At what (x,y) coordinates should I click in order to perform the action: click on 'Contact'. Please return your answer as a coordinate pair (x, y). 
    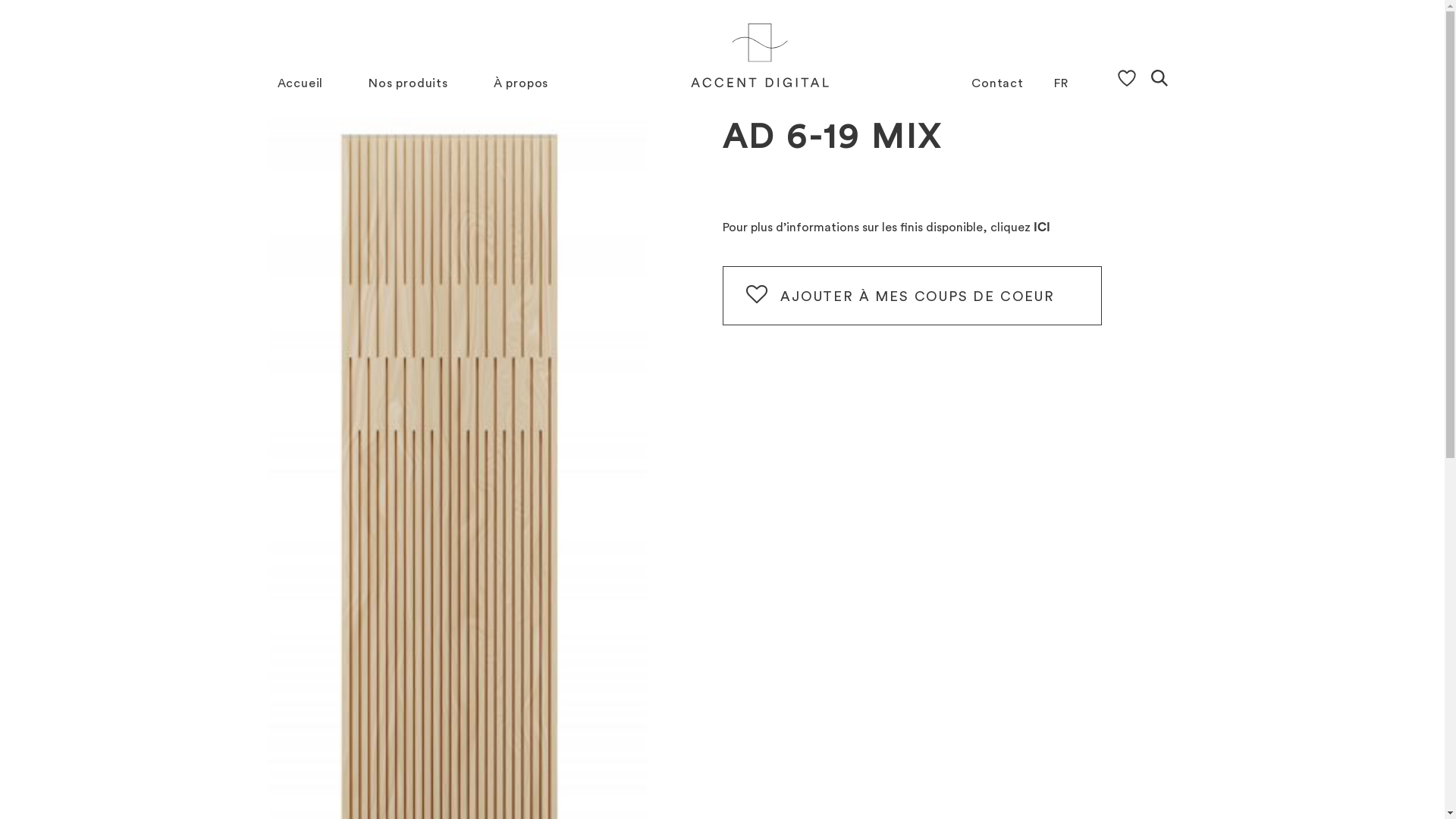
    Looking at the image, I should click on (997, 83).